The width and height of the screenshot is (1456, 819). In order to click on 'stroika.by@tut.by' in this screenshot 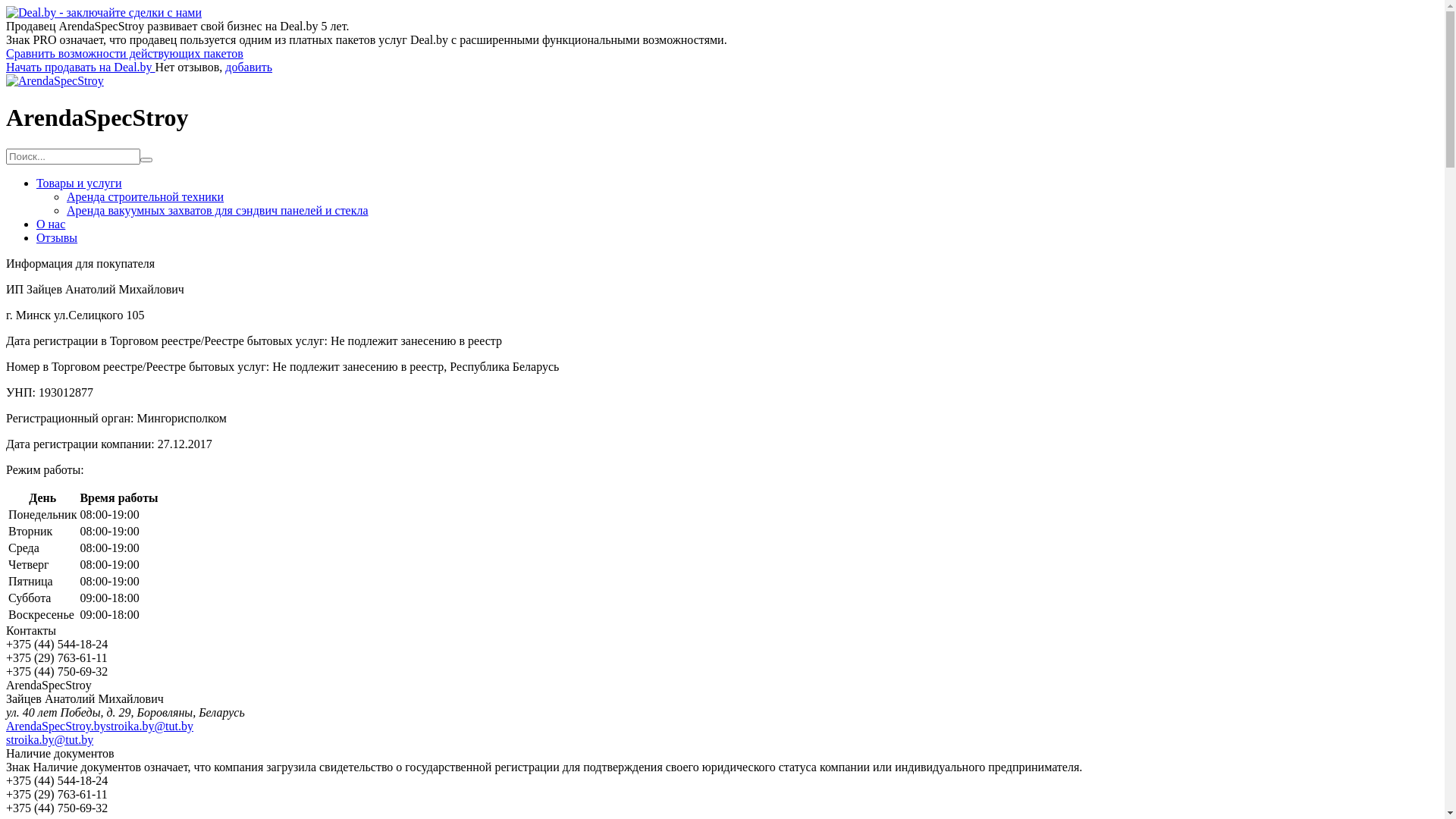, I will do `click(49, 739)`.